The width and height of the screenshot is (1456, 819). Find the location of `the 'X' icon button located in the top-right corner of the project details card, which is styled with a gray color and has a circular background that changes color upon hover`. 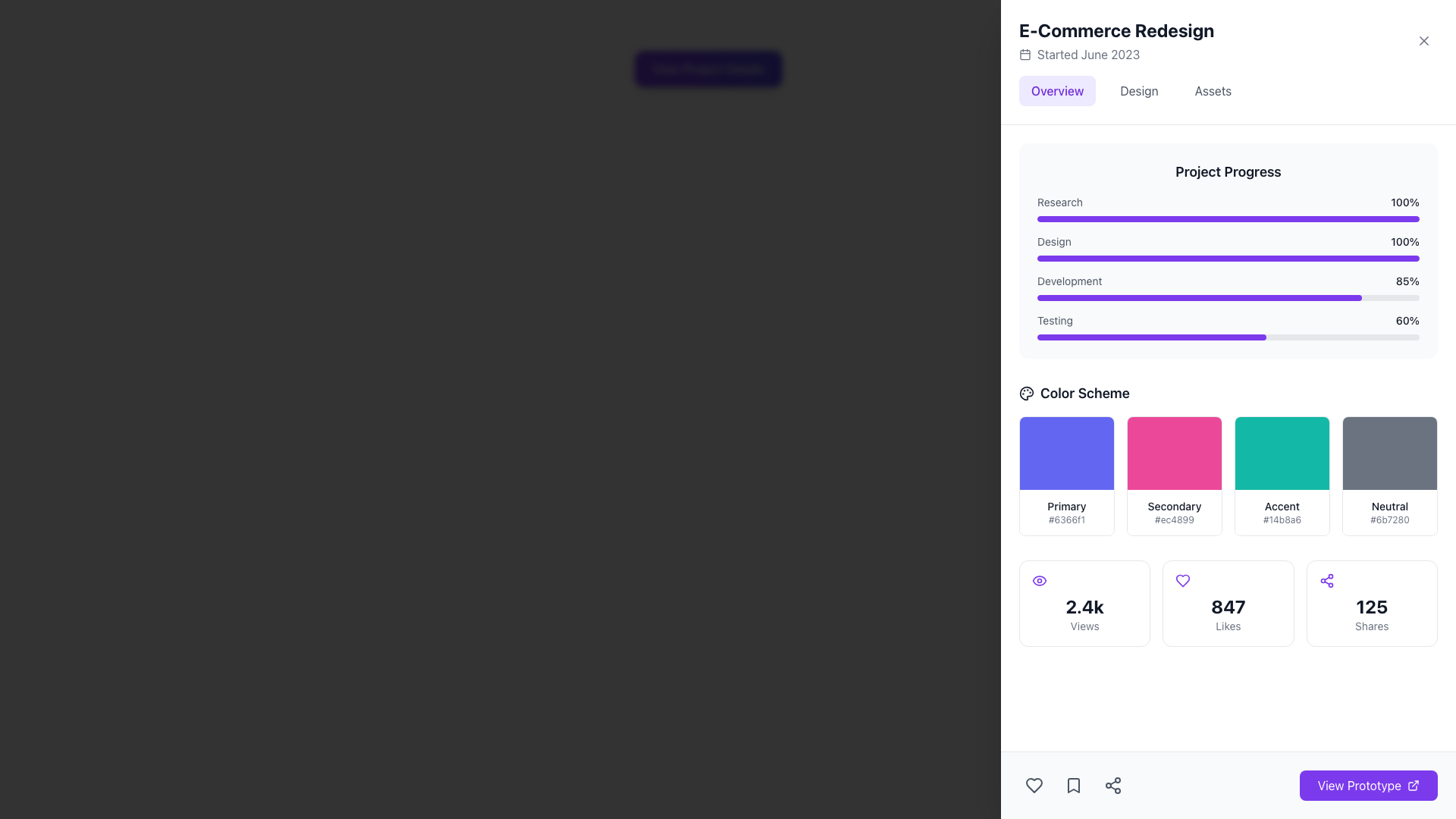

the 'X' icon button located in the top-right corner of the project details card, which is styled with a gray color and has a circular background that changes color upon hover is located at coordinates (1423, 40).